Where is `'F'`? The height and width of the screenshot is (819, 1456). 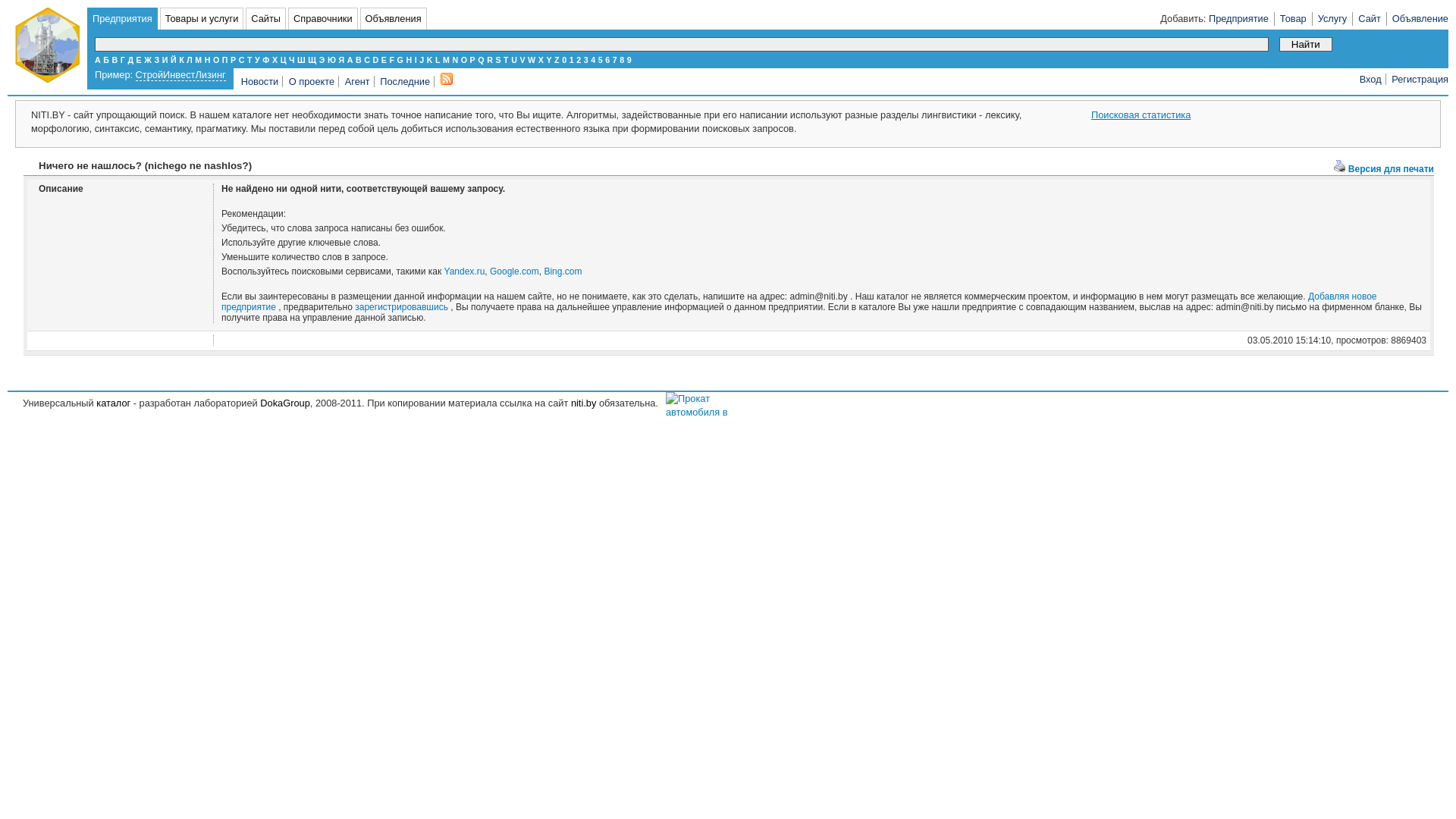
'F' is located at coordinates (391, 58).